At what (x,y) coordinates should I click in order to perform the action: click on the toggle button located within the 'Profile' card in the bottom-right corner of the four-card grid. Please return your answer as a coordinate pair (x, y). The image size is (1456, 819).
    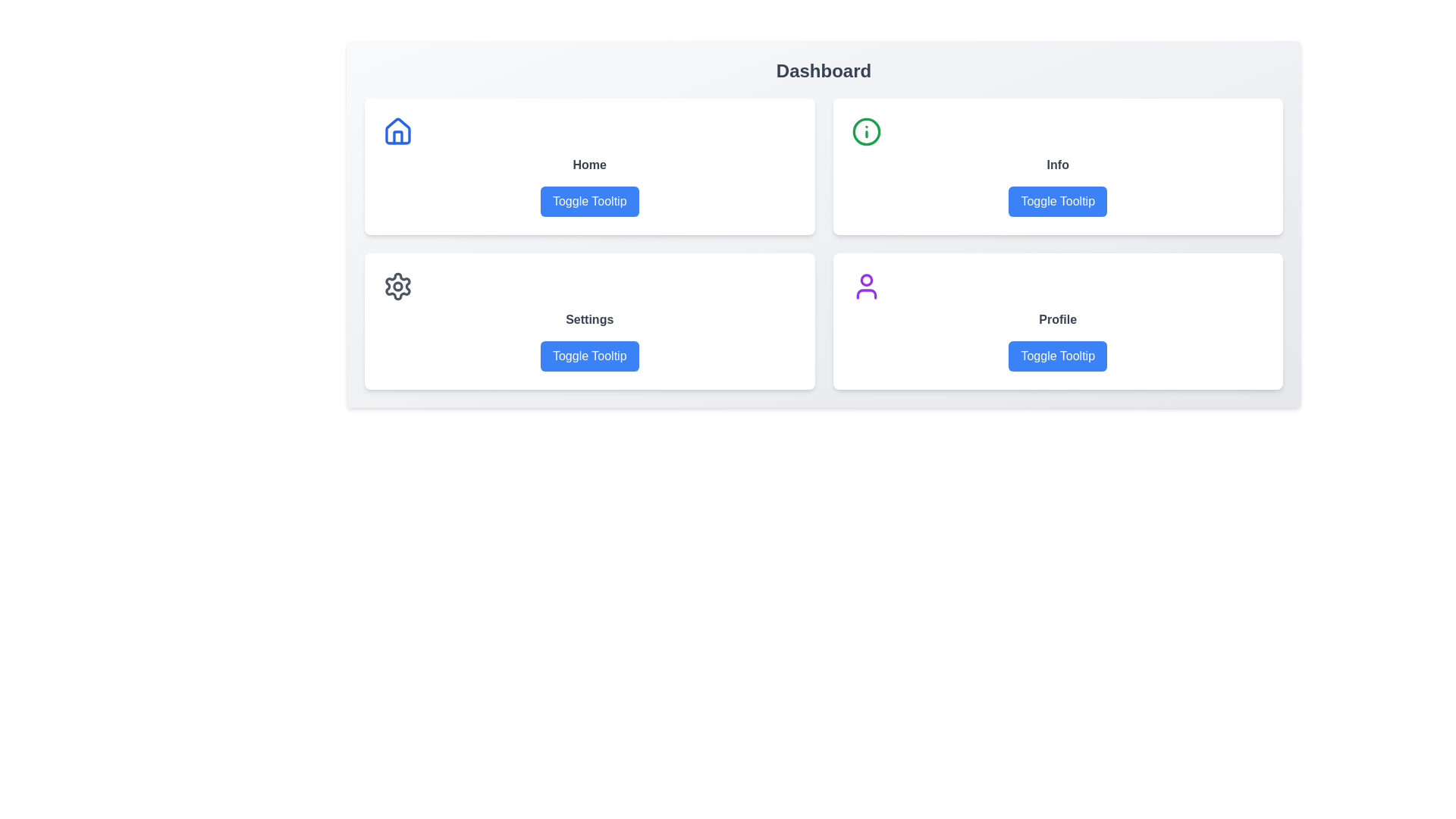
    Looking at the image, I should click on (1057, 356).